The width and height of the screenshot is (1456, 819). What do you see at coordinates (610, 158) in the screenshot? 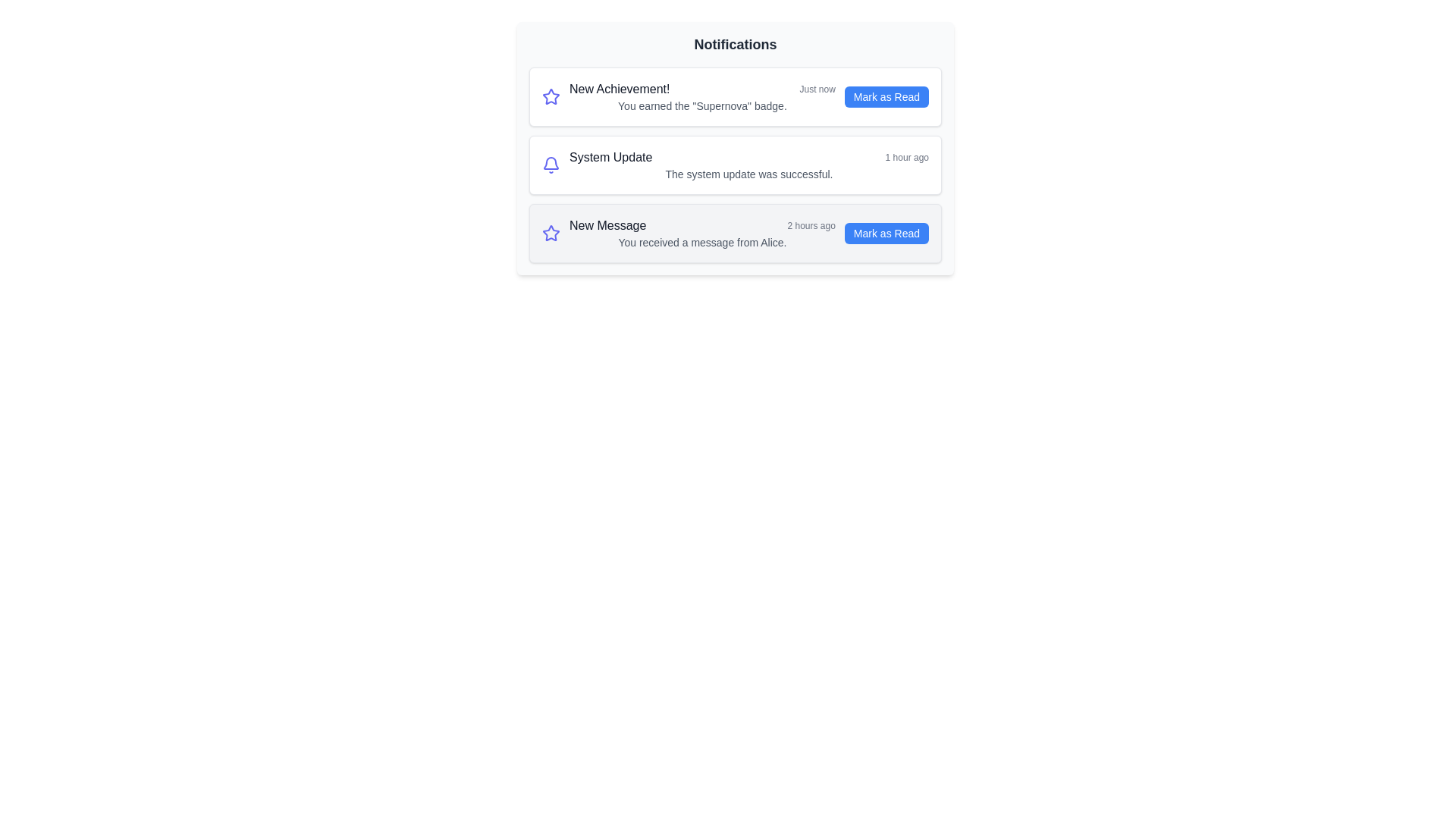
I see `text label displaying 'System Update' located in the second notification card, adjacent to a bell icon` at bounding box center [610, 158].